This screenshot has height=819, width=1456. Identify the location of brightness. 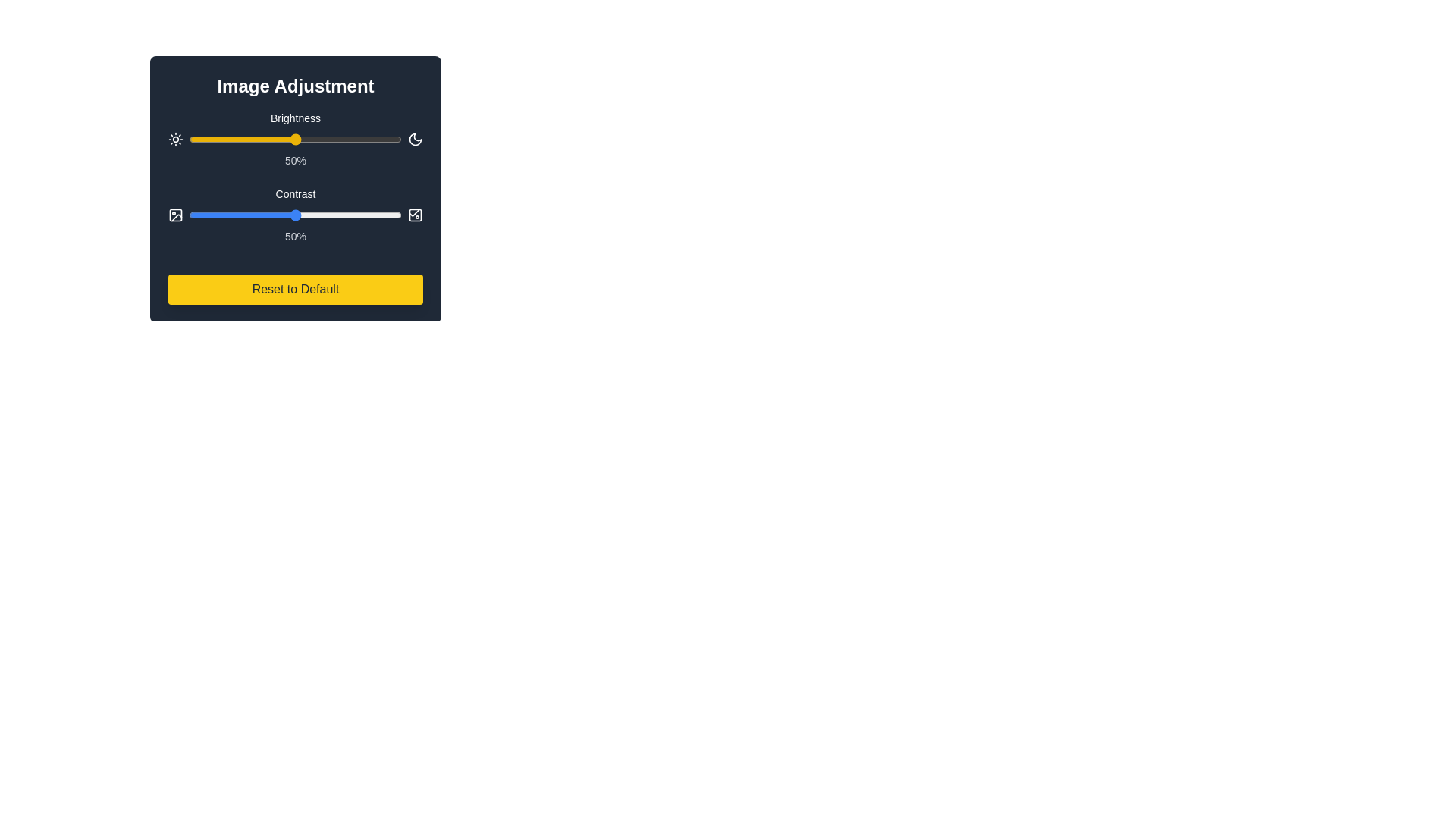
(249, 140).